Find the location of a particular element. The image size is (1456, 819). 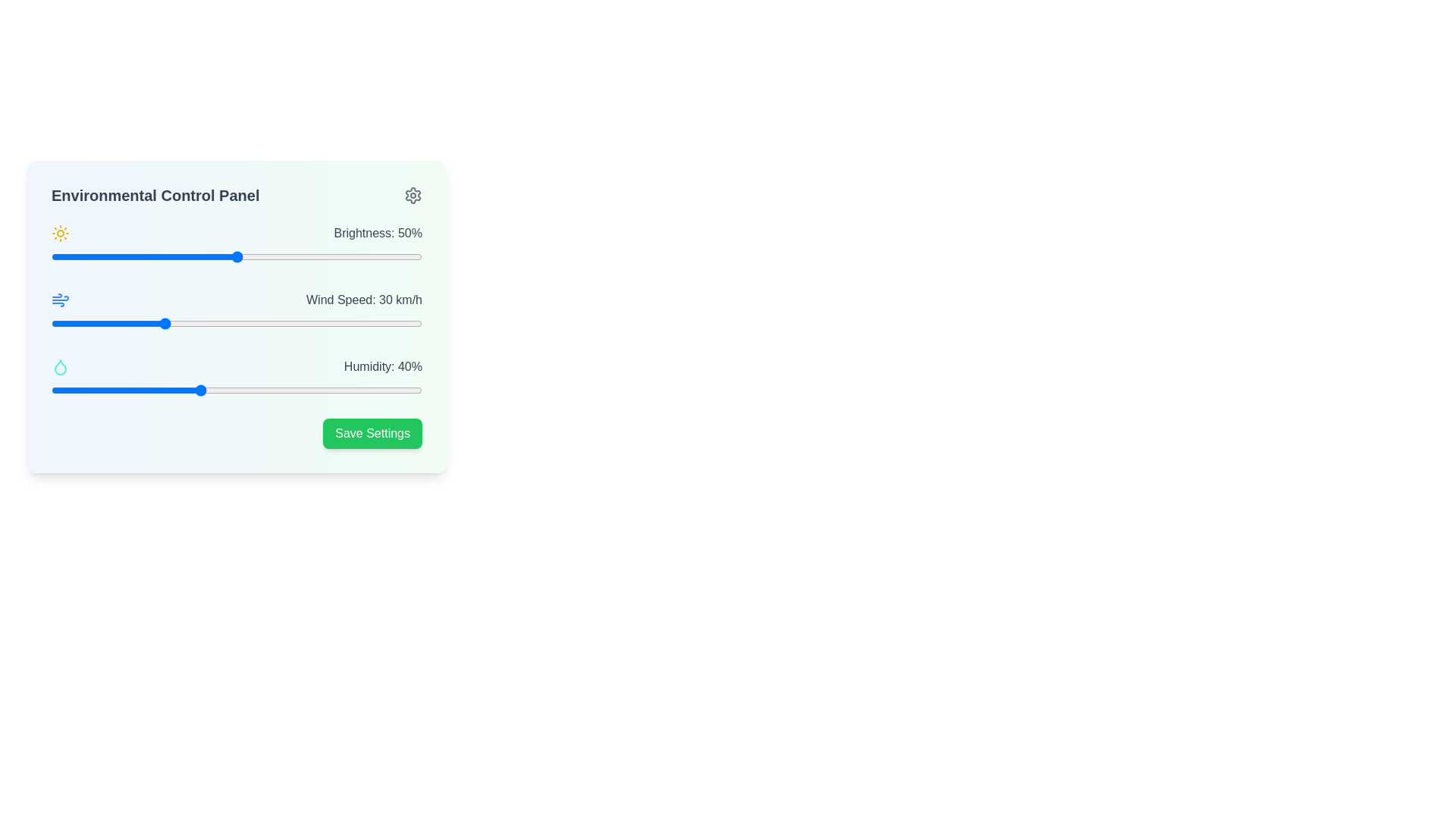

the Icon button located is located at coordinates (413, 195).